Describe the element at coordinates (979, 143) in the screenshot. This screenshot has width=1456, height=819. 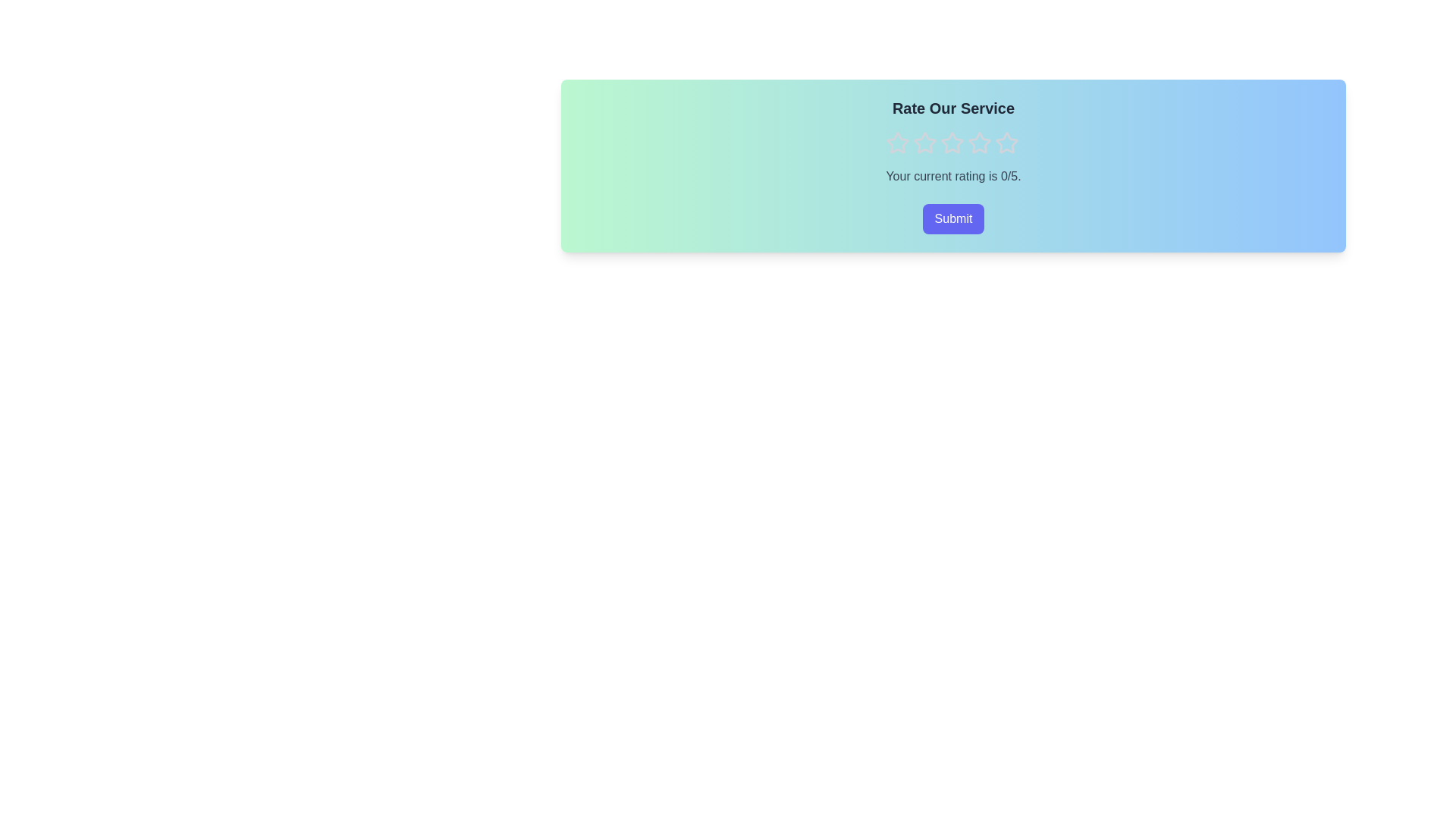
I see `the star icon corresponding to 4 stars to preview the rating` at that location.